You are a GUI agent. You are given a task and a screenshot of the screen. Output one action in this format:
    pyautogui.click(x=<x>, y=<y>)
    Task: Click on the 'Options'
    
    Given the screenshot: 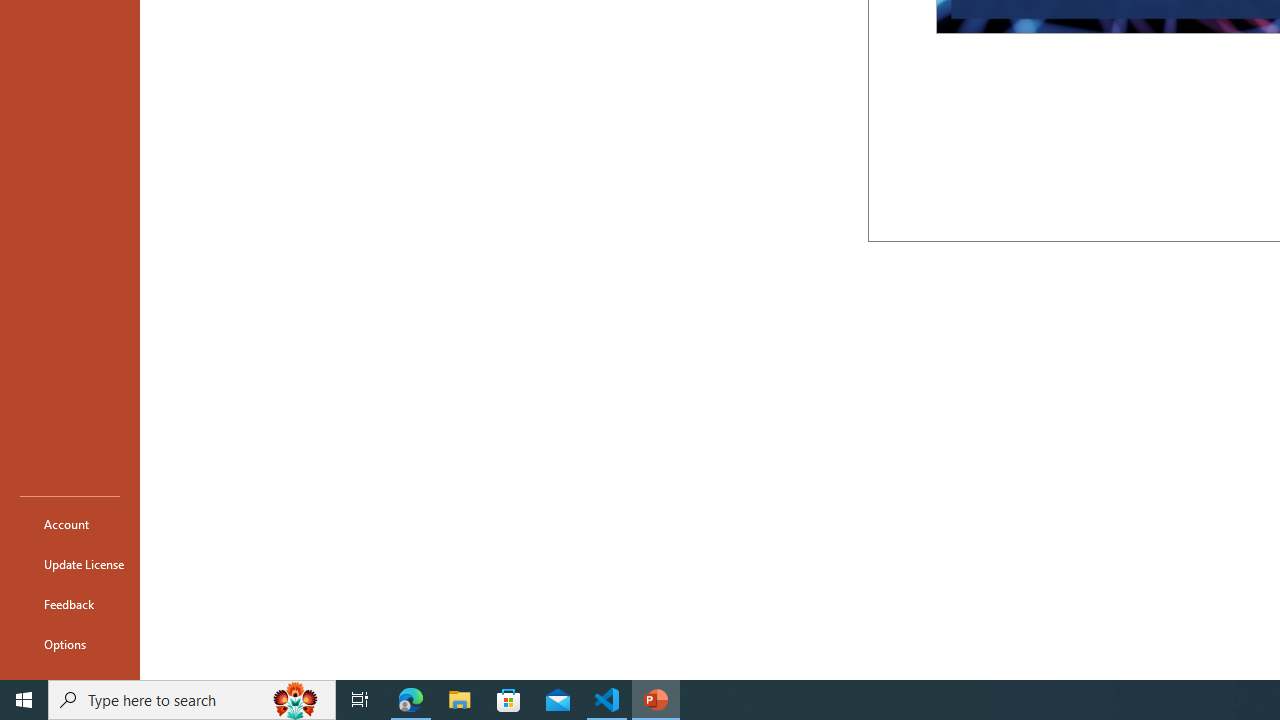 What is the action you would take?
    pyautogui.click(x=69, y=644)
    